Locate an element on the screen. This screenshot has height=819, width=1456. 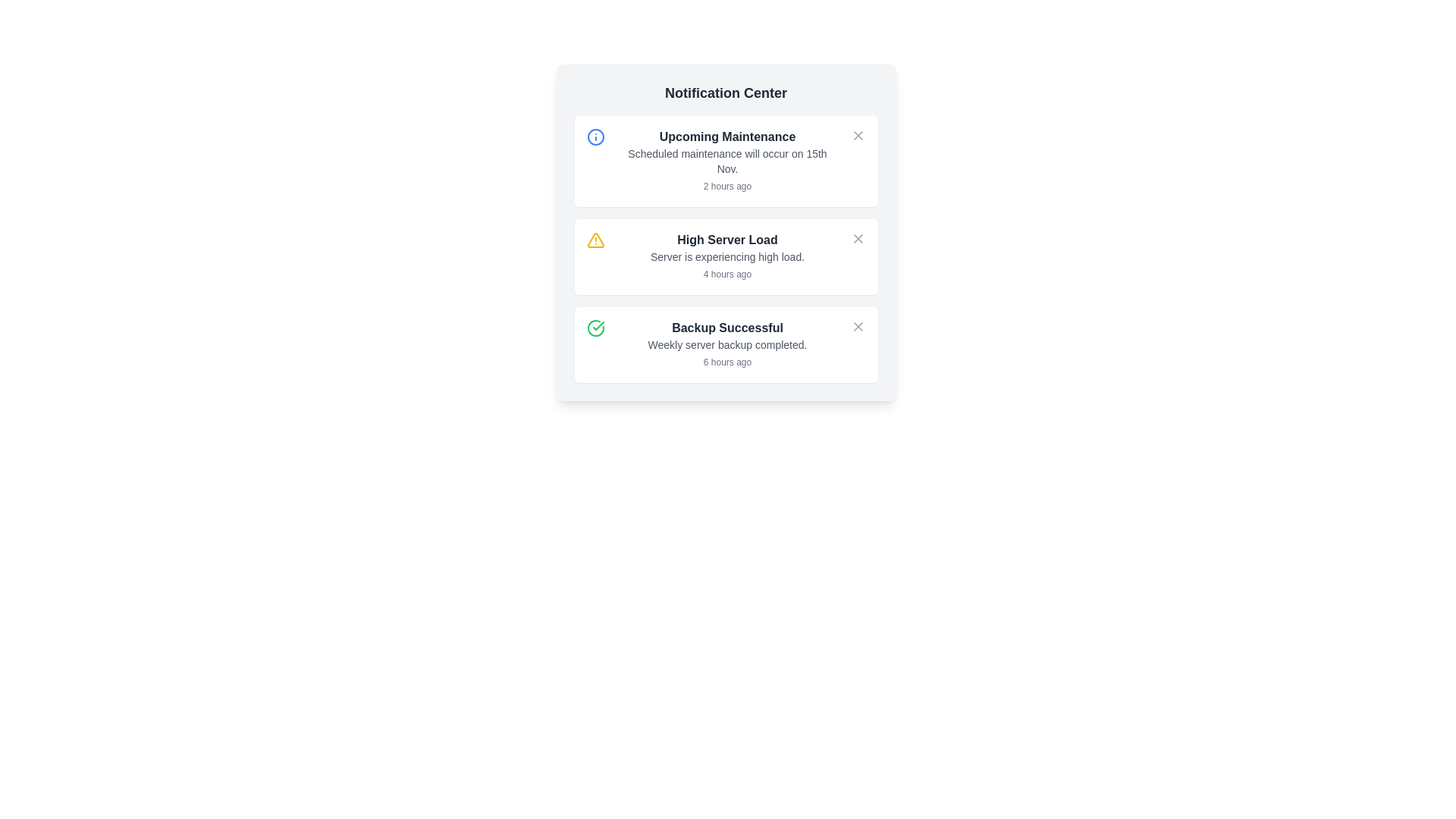
the small graphical cross mark icon within the middle notification card titled 'High Server Load', which is located on the far right of the card and vertically centered is located at coordinates (858, 239).